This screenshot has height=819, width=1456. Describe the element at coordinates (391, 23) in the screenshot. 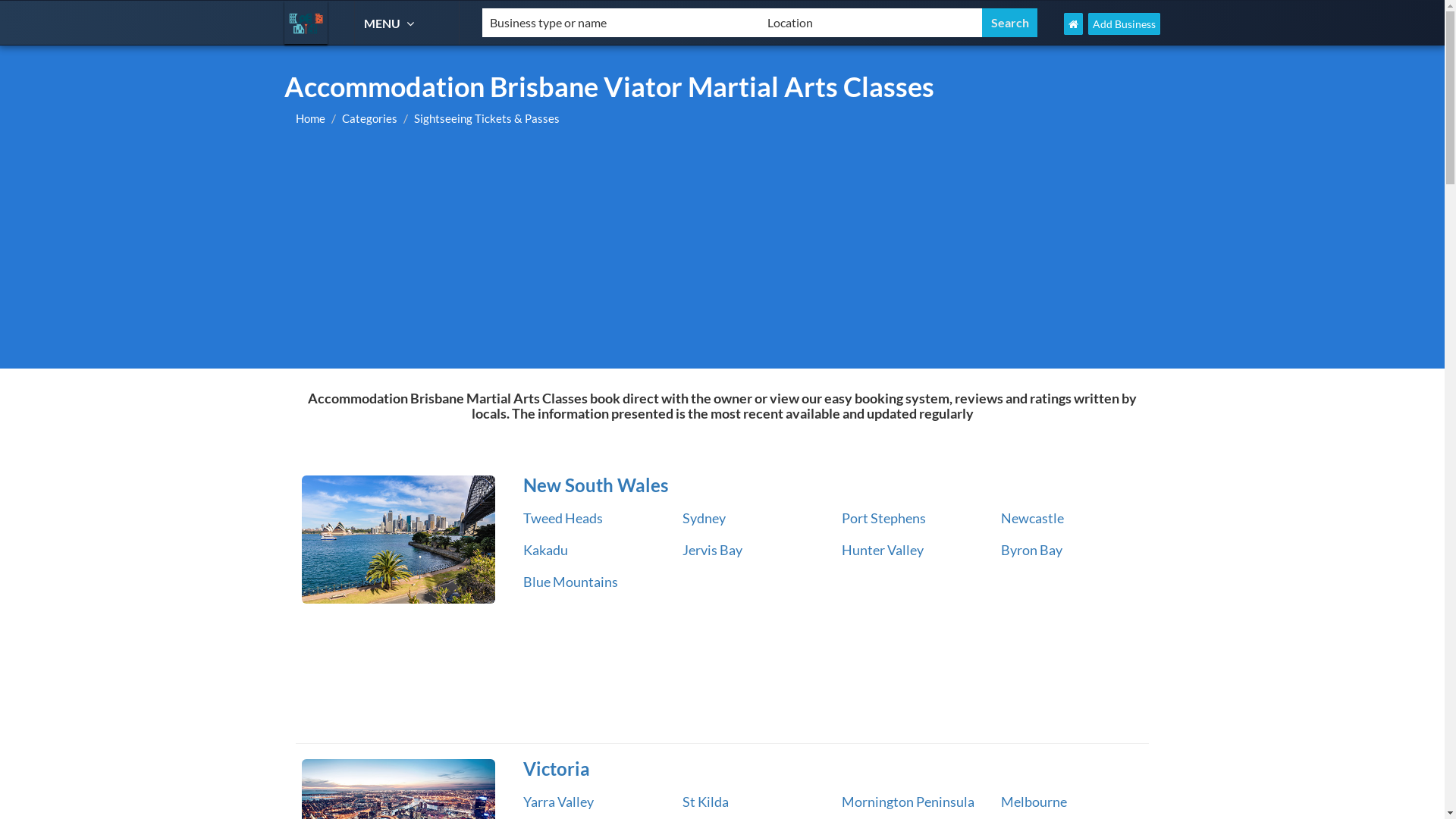

I see `'MENU'` at that location.